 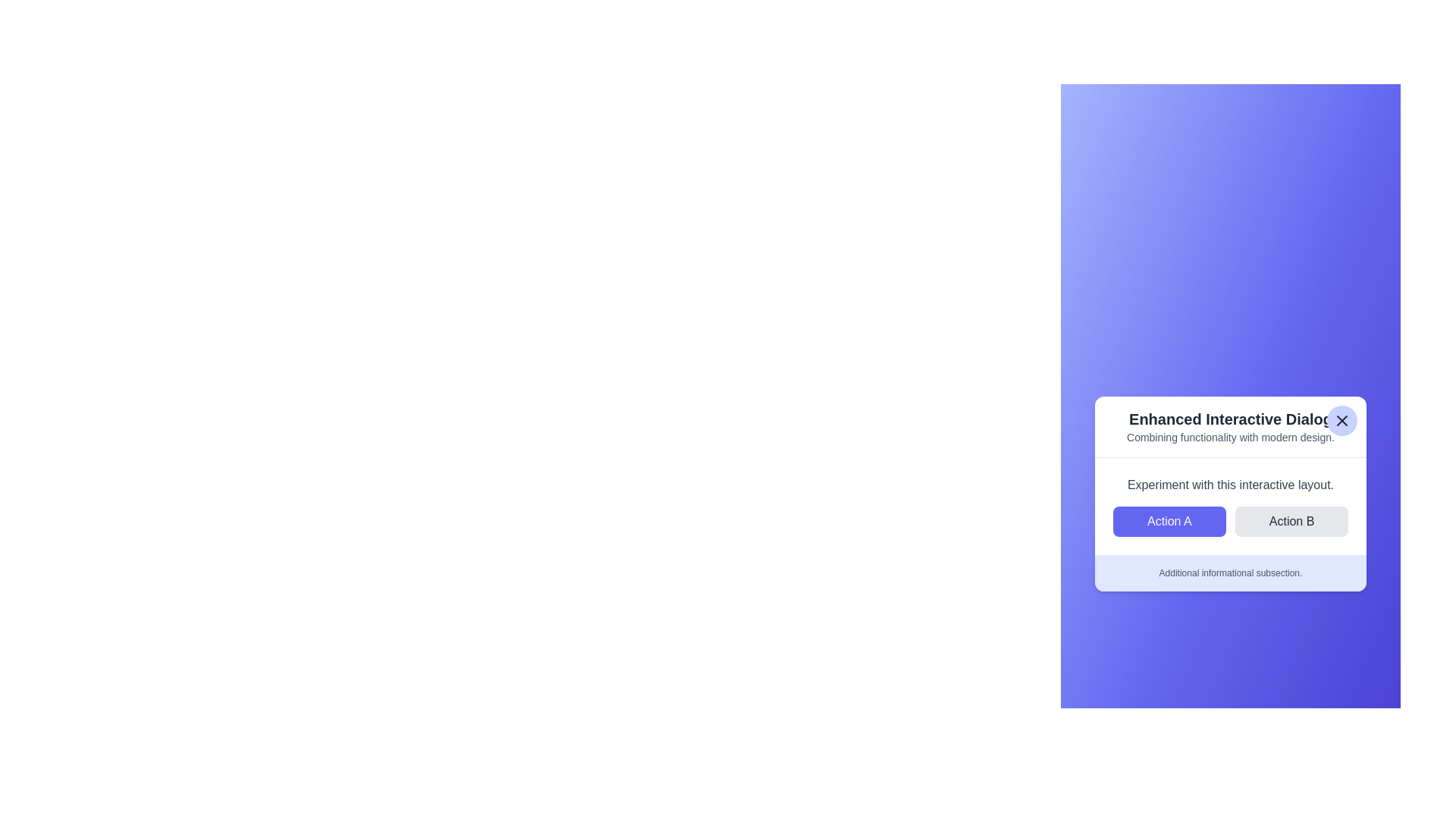 I want to click on the static text label displaying 'Additional informational subsection', which is located centrally below the action buttons 'Action A' and 'Action B' in the indigo-shaded background of a modal, so click(x=1230, y=573).